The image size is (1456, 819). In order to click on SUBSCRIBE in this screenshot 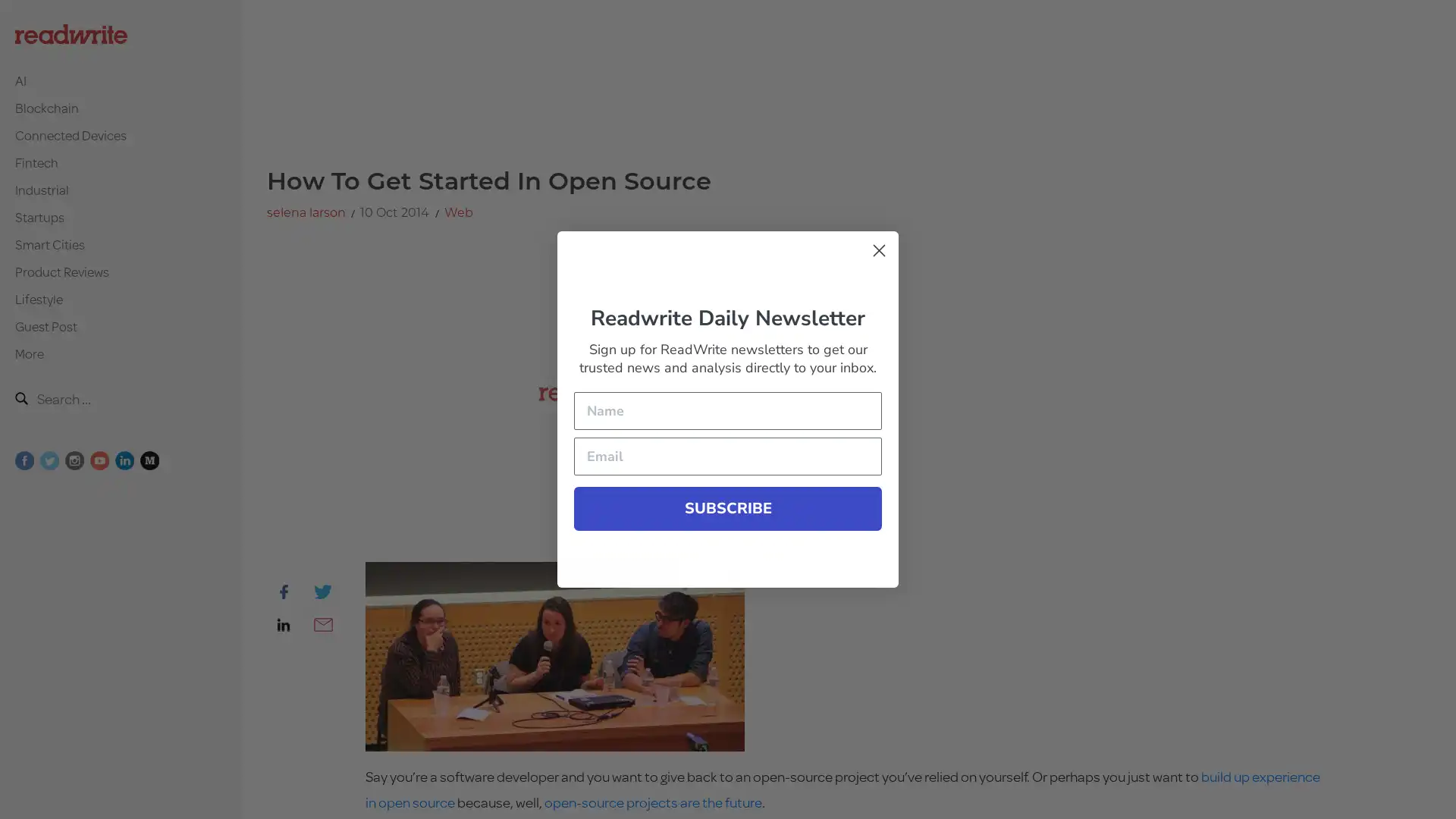, I will do `click(728, 508)`.